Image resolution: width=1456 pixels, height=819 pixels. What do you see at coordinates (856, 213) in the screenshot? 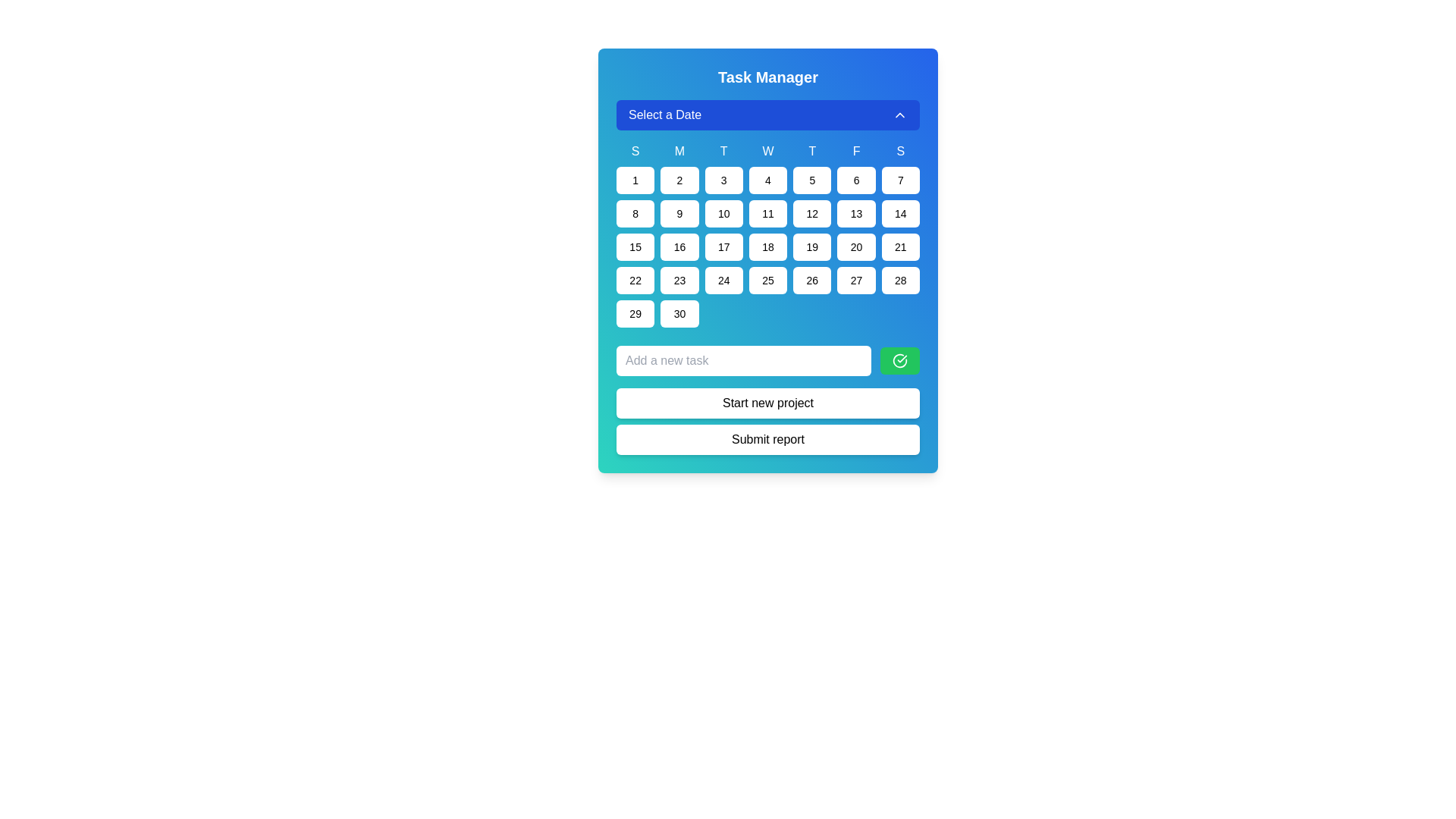
I see `the button representing the 13th day of the month in the calendar` at bounding box center [856, 213].